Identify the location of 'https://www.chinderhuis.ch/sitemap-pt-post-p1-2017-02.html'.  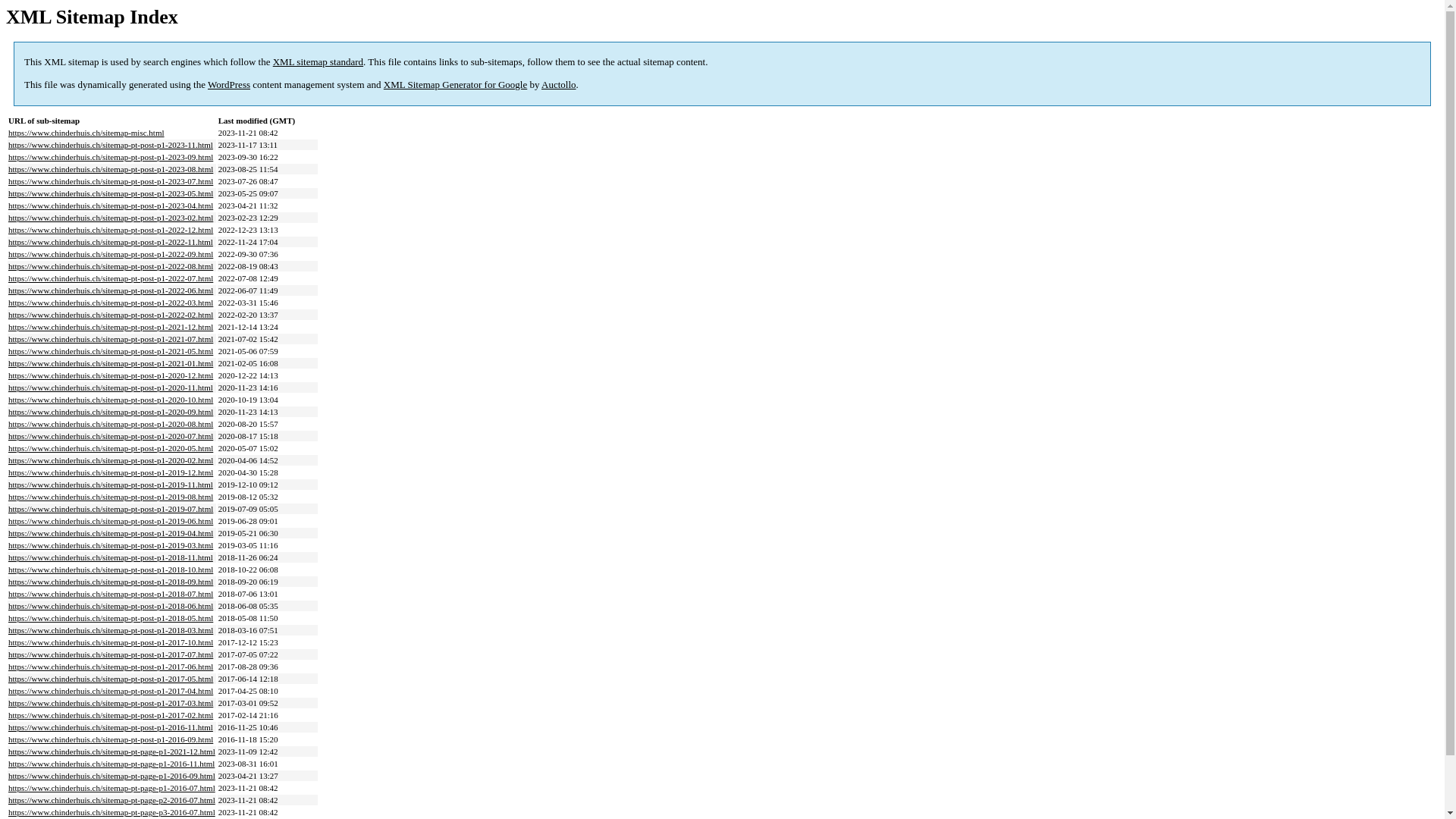
(109, 714).